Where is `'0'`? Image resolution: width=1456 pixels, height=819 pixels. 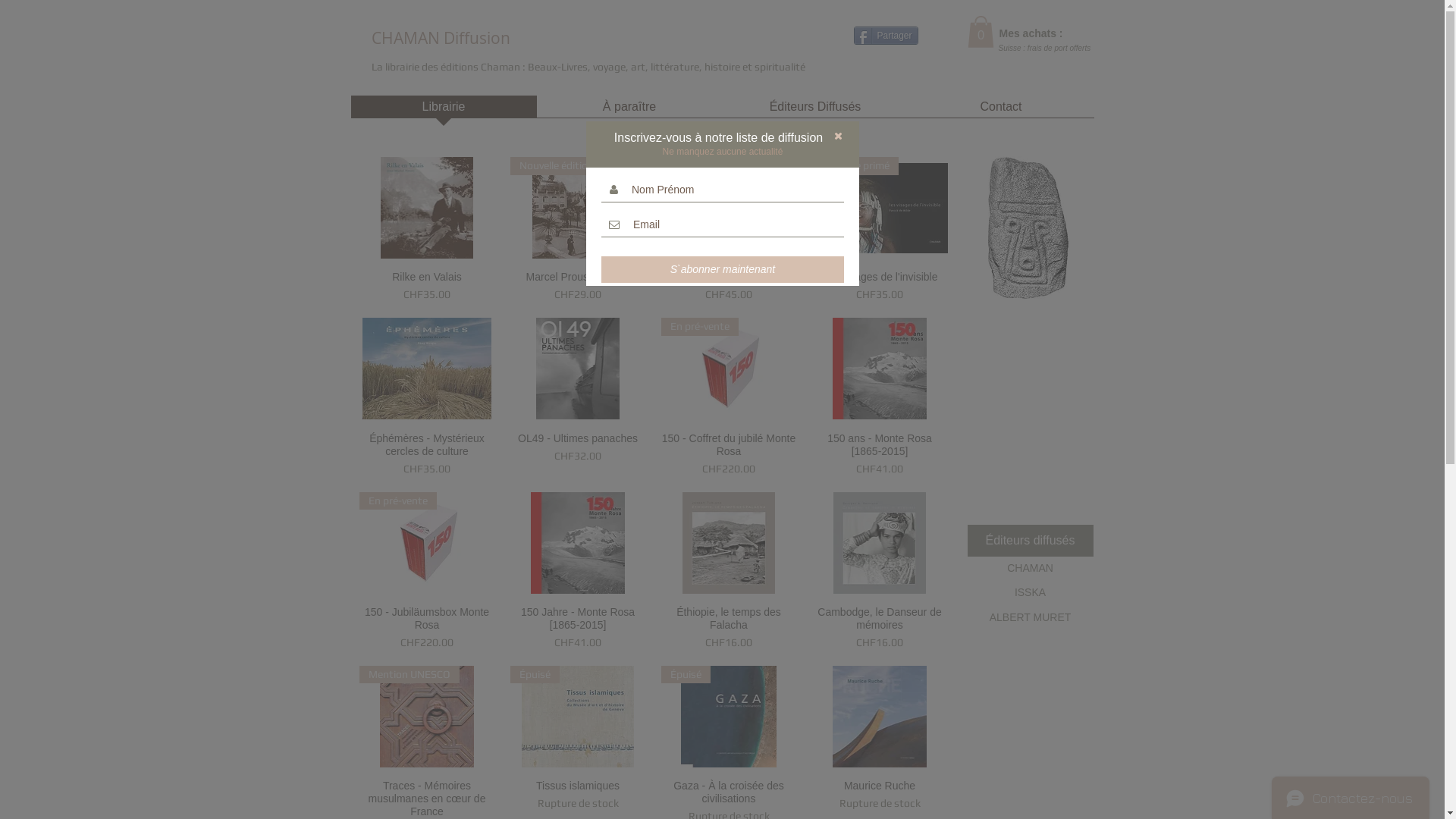
'0' is located at coordinates (981, 32).